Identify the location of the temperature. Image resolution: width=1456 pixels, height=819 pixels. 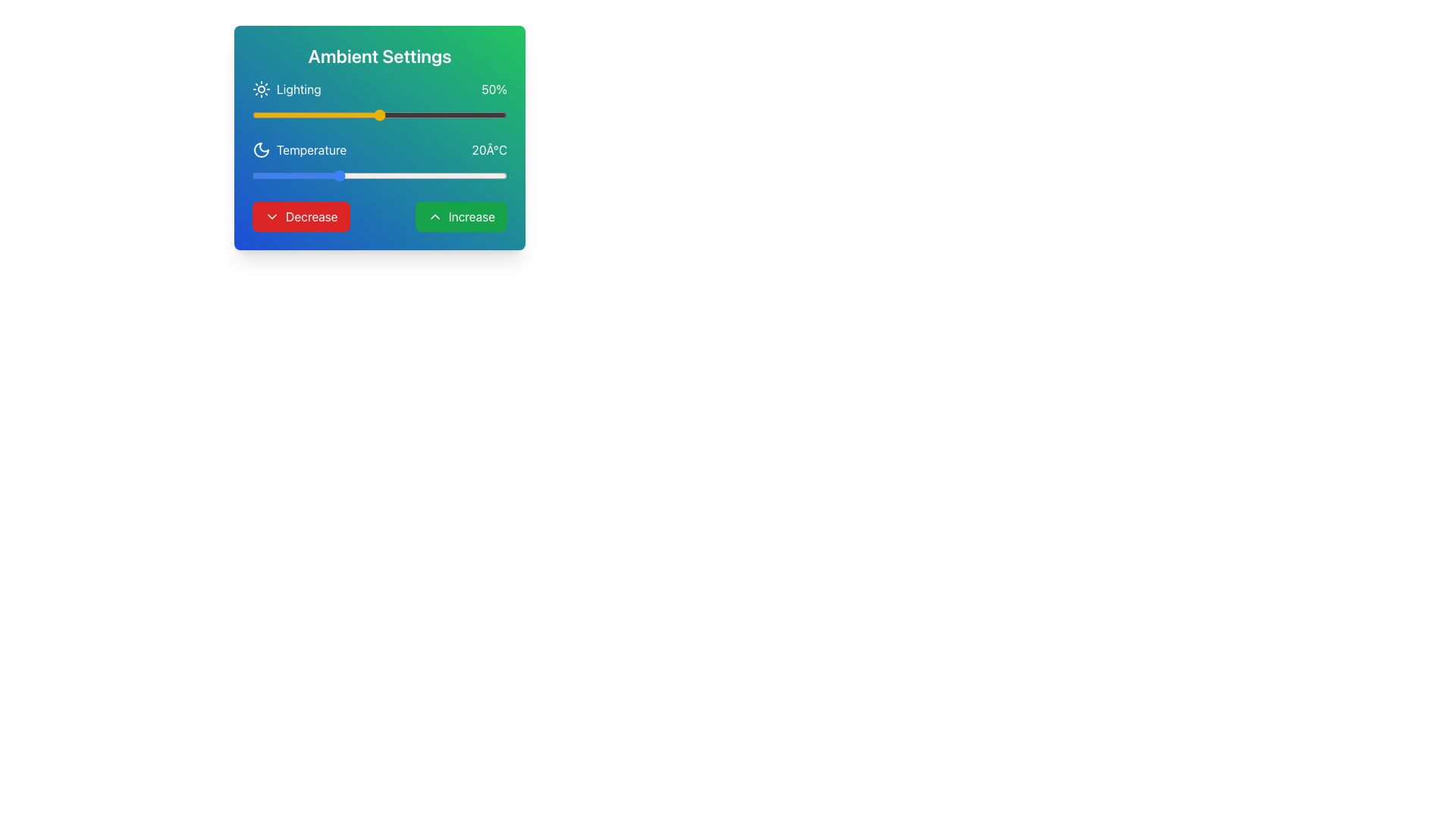
(371, 174).